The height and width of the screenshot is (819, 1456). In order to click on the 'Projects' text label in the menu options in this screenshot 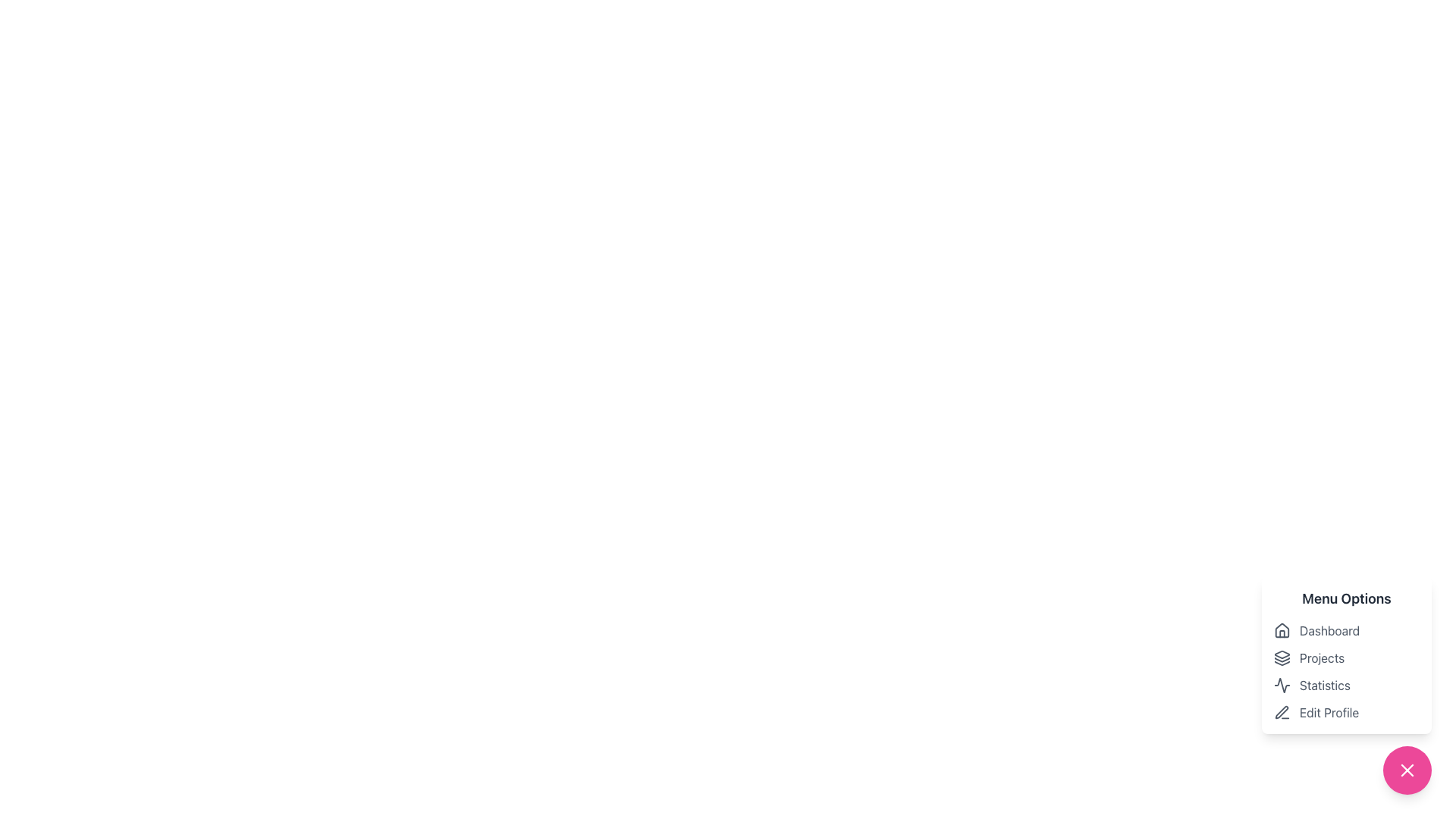, I will do `click(1321, 657)`.